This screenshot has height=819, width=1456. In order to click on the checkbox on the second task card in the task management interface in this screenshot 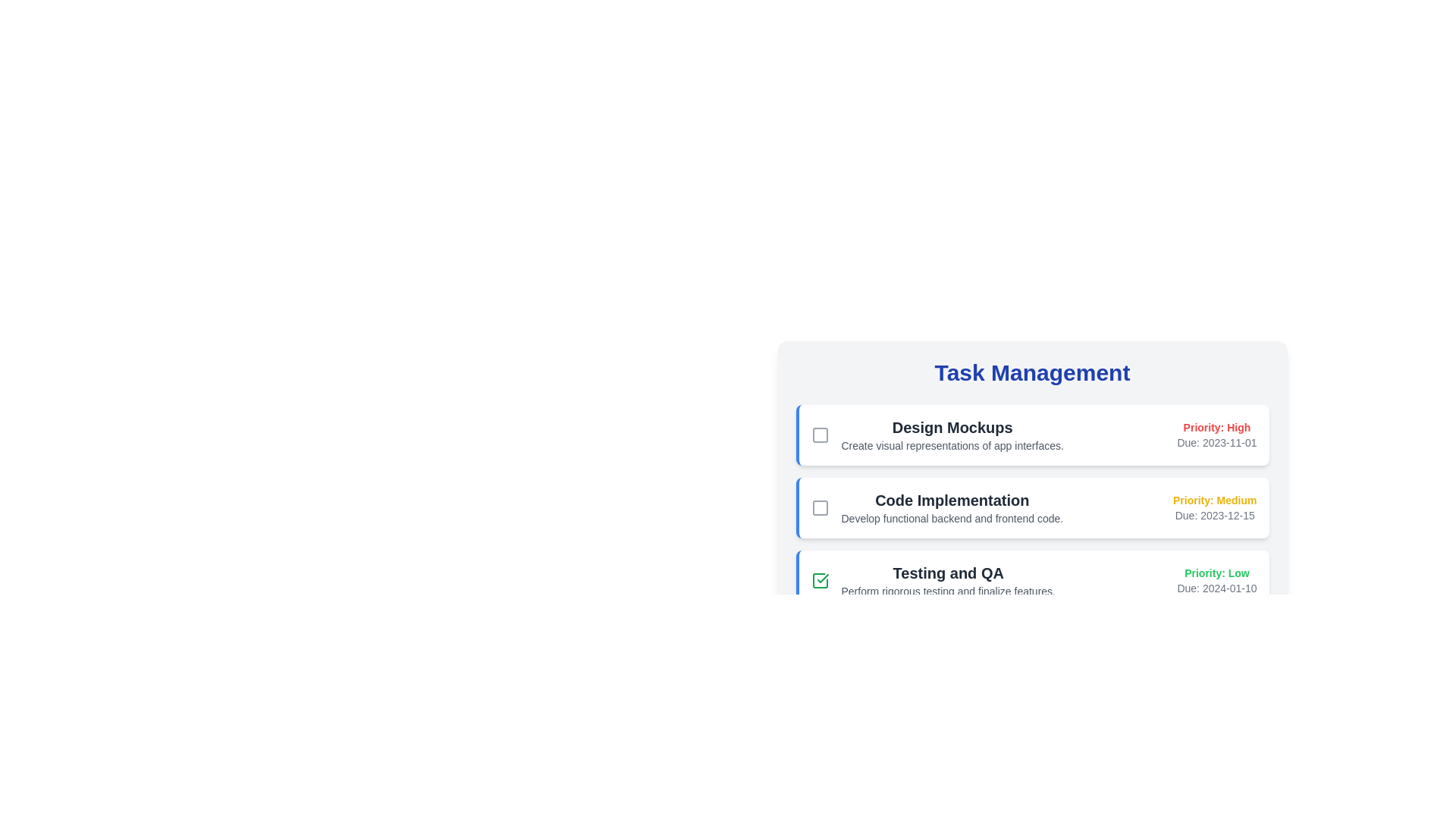, I will do `click(1033, 508)`.